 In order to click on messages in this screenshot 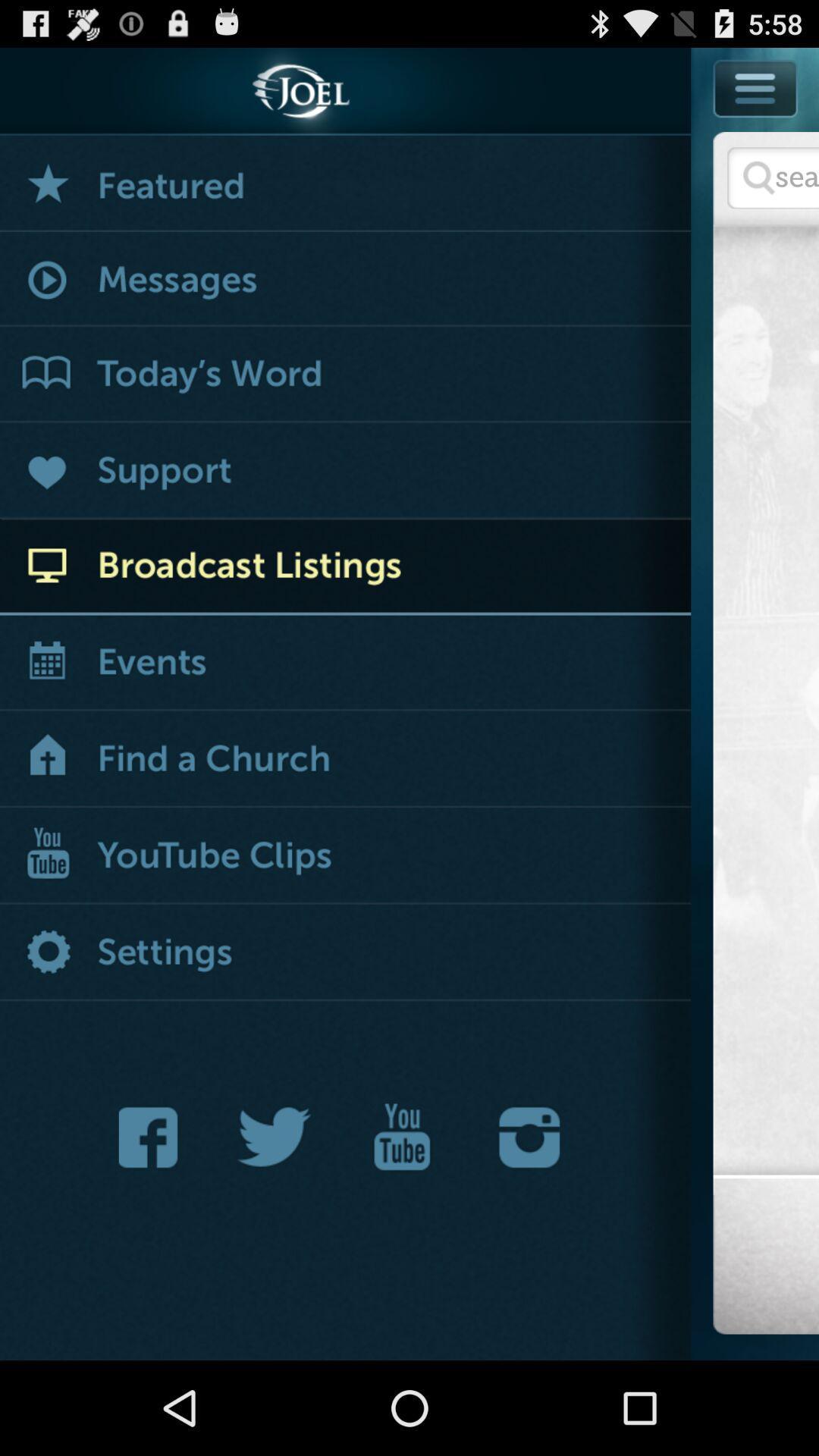, I will do `click(345, 280)`.